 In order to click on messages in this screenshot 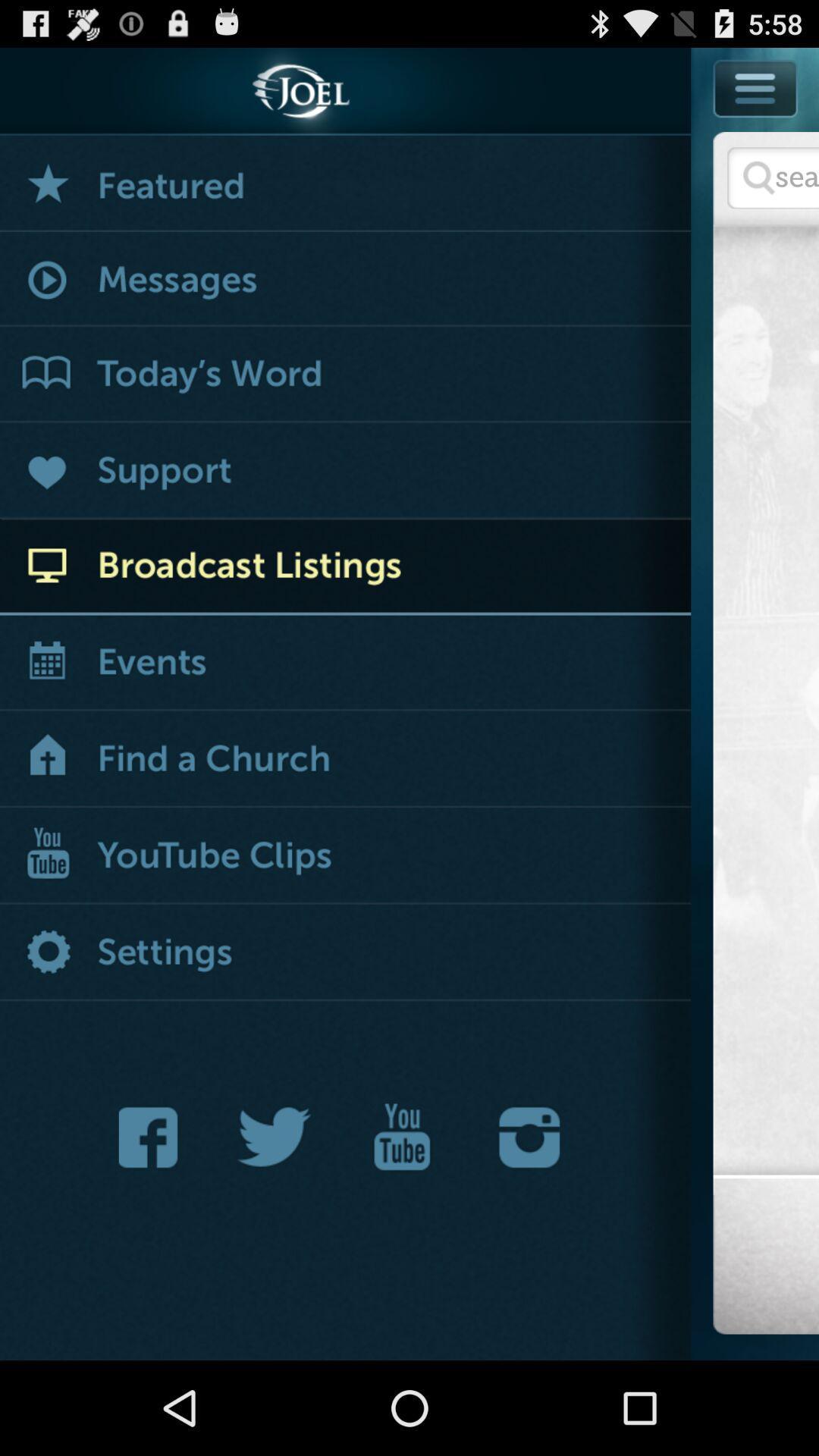, I will do `click(345, 280)`.